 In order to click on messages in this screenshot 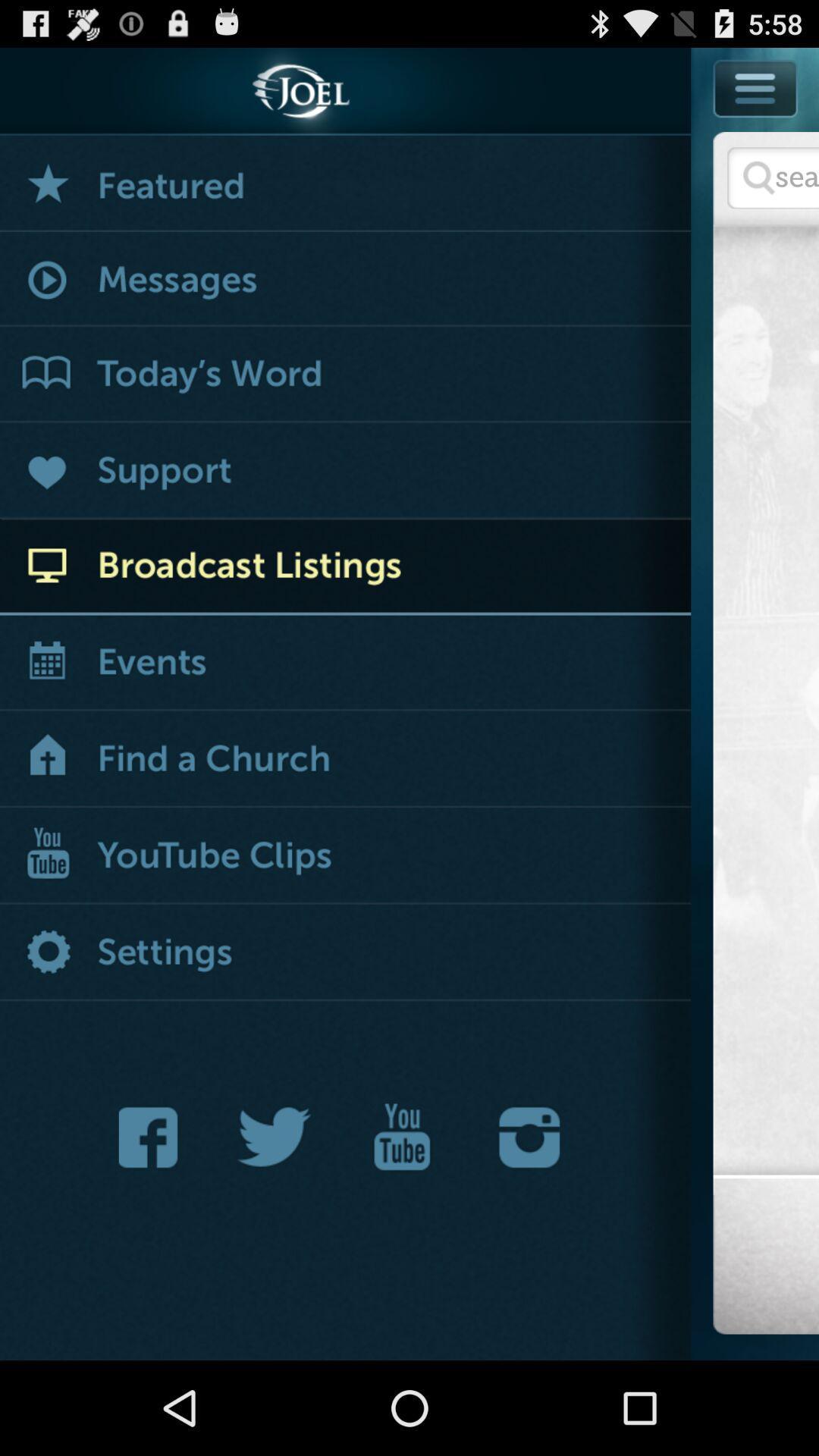, I will do `click(345, 280)`.